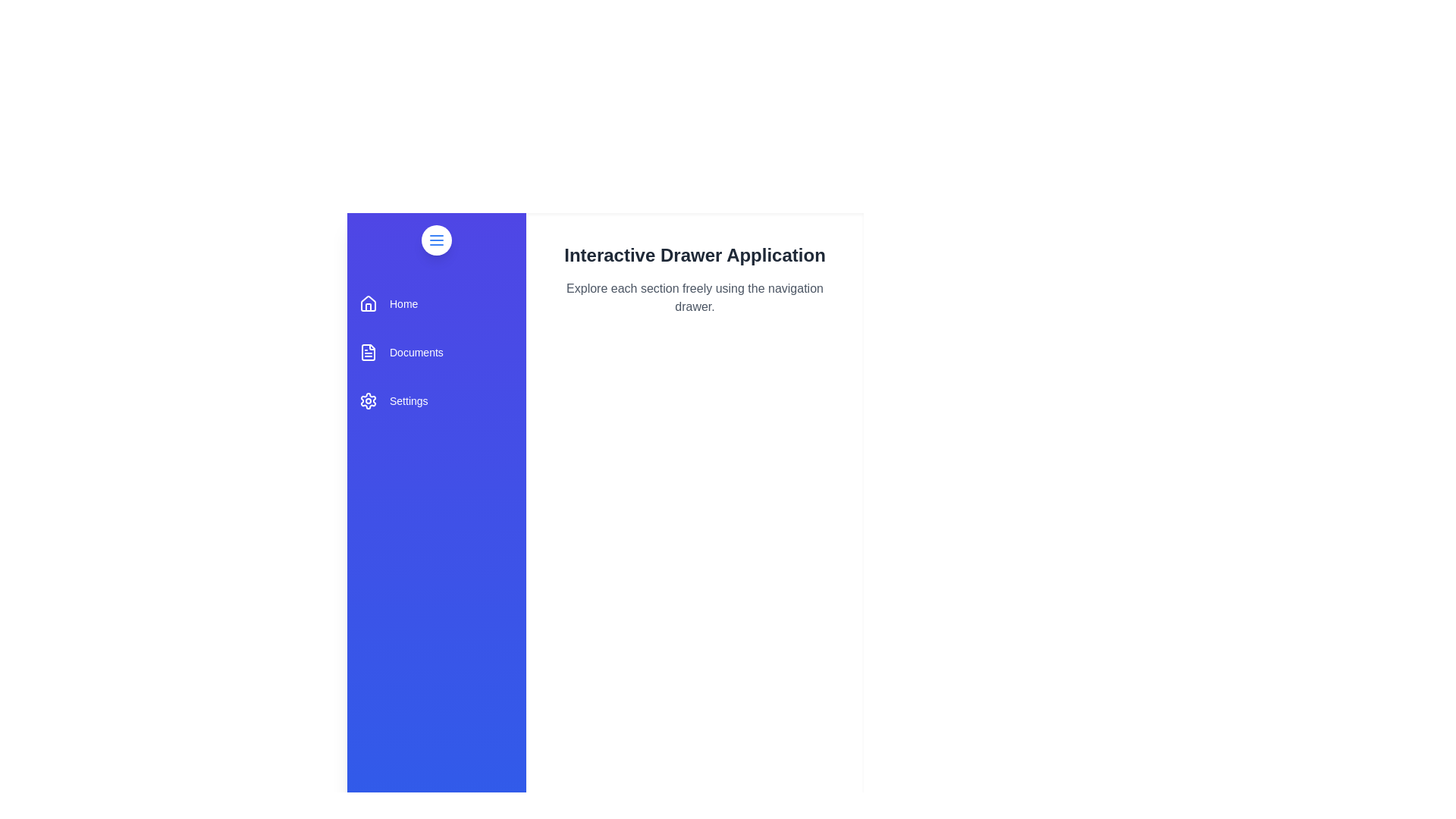 This screenshot has width=1456, height=819. Describe the element at coordinates (436, 400) in the screenshot. I see `the 'Settings' section in the drawer` at that location.